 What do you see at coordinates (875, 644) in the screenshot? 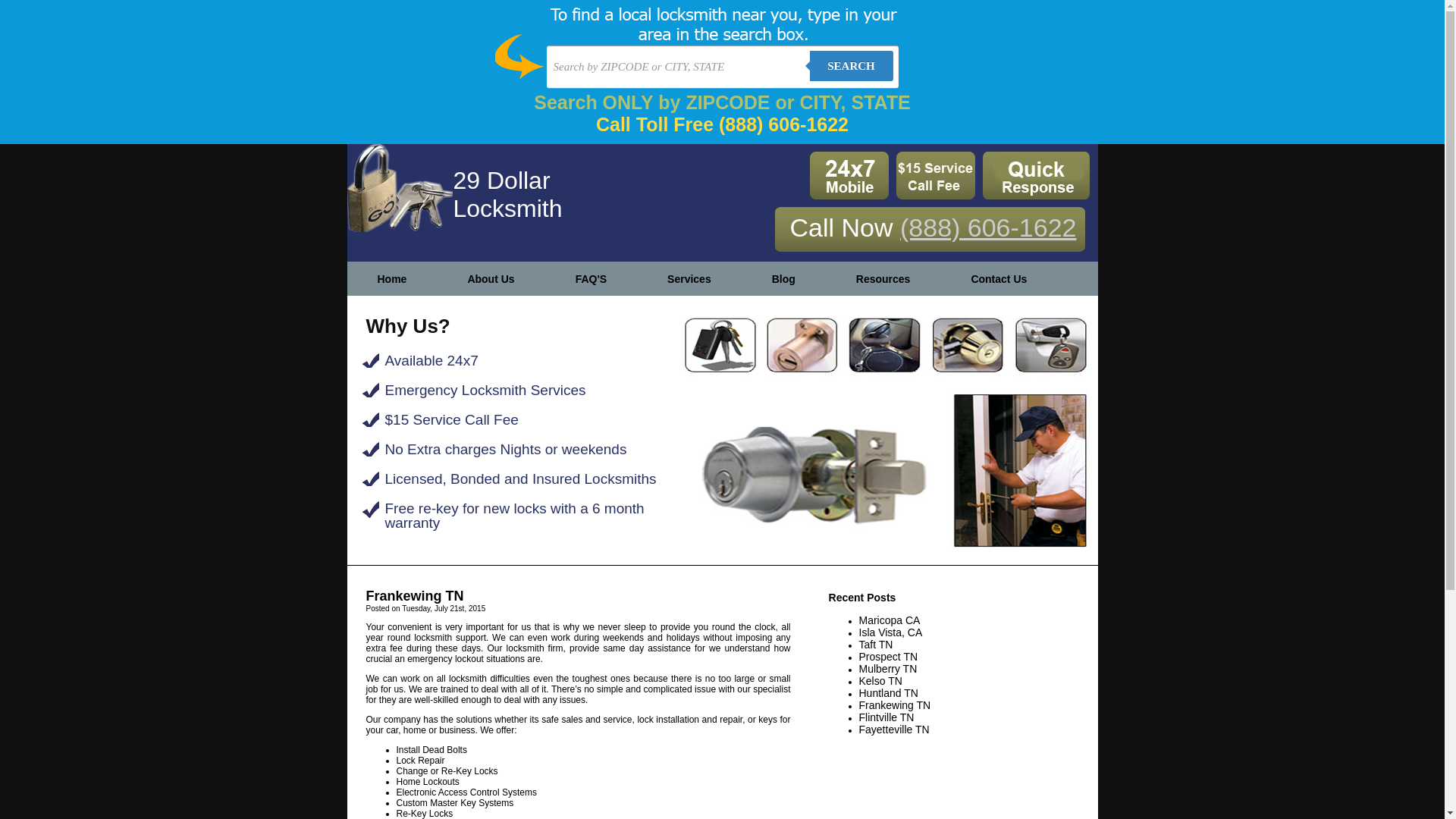
I see `'Taft TN'` at bounding box center [875, 644].